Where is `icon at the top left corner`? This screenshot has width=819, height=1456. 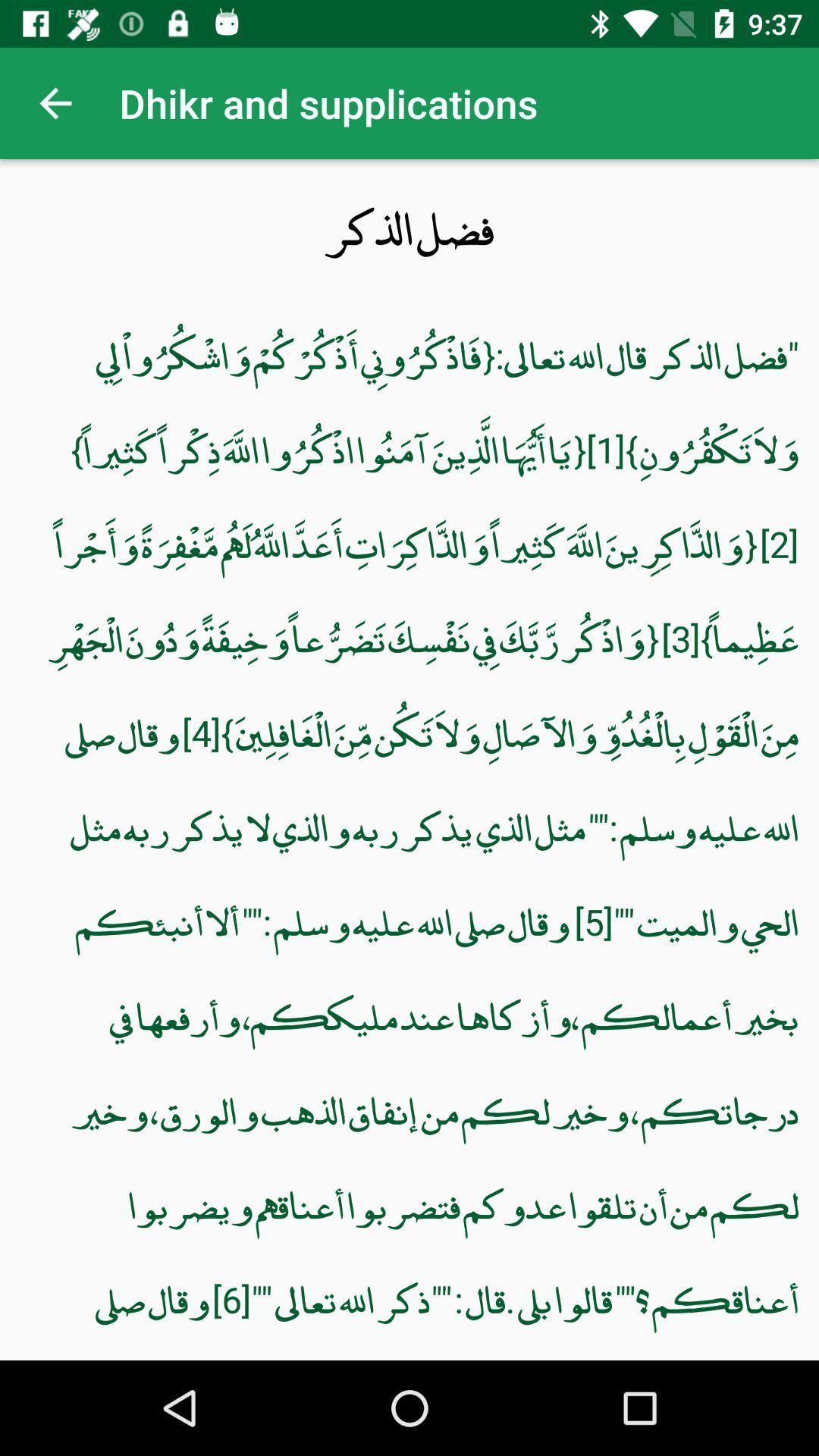
icon at the top left corner is located at coordinates (55, 102).